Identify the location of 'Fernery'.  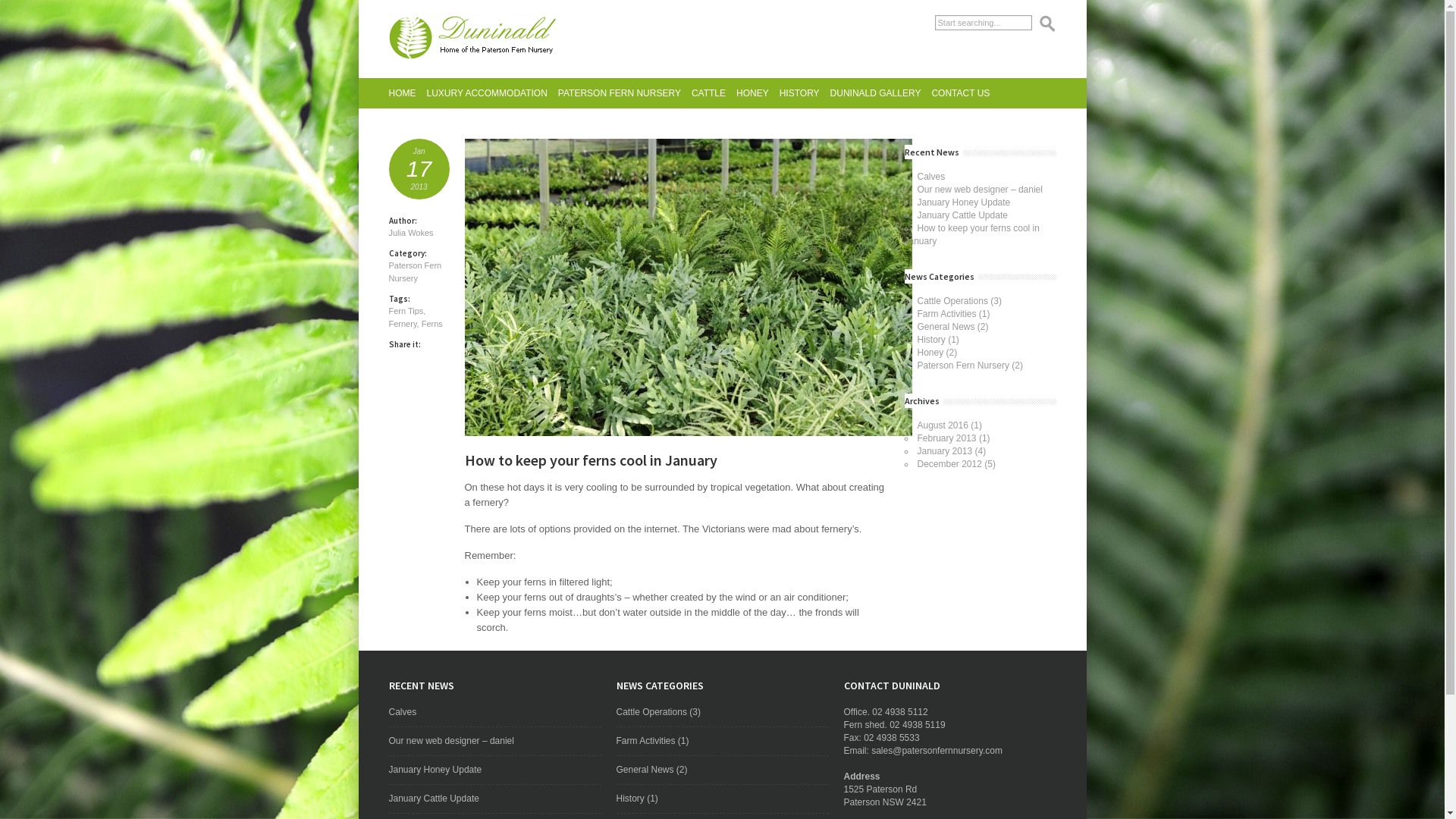
(402, 323).